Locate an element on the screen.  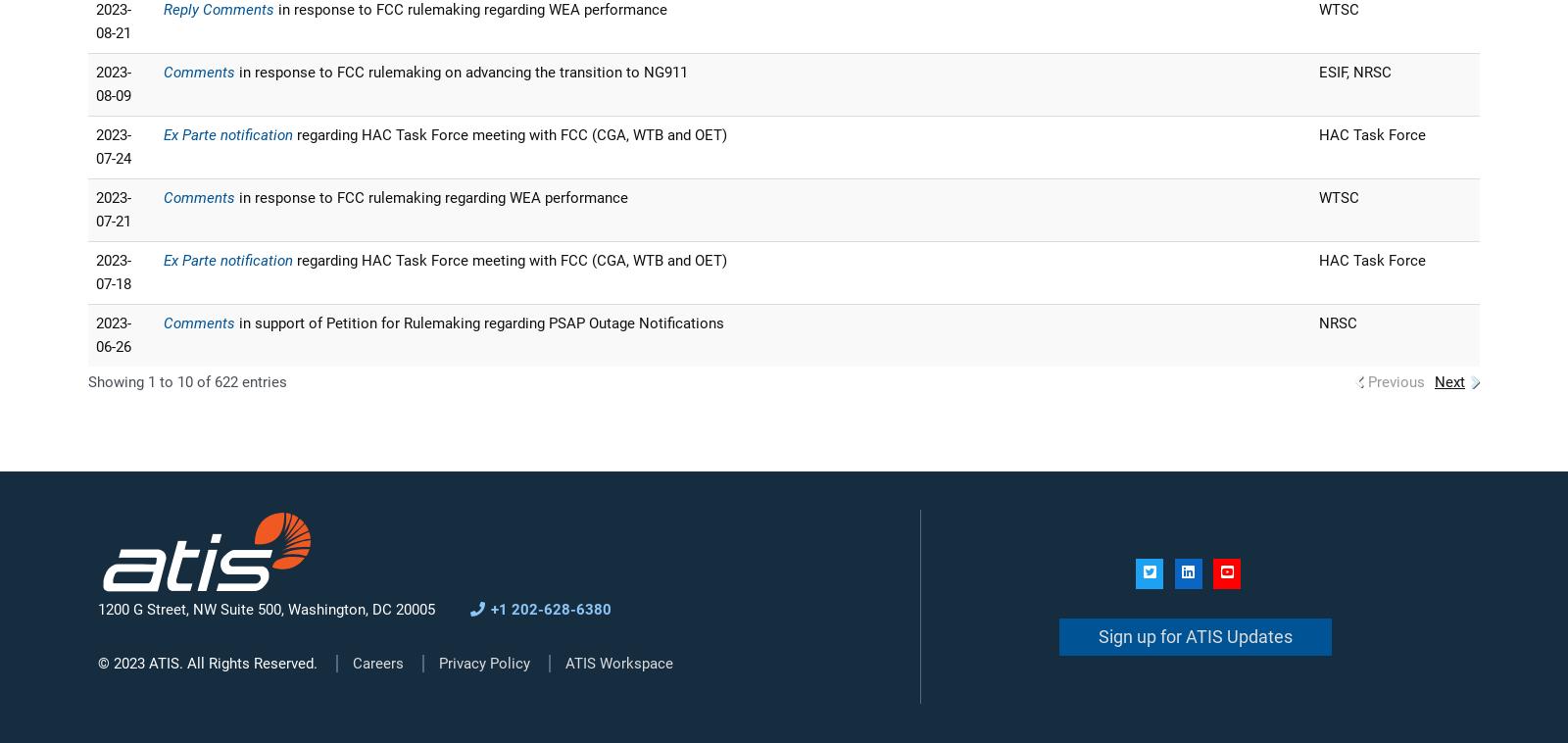
'Showing 1 to 10 of 622 entries' is located at coordinates (87, 380).